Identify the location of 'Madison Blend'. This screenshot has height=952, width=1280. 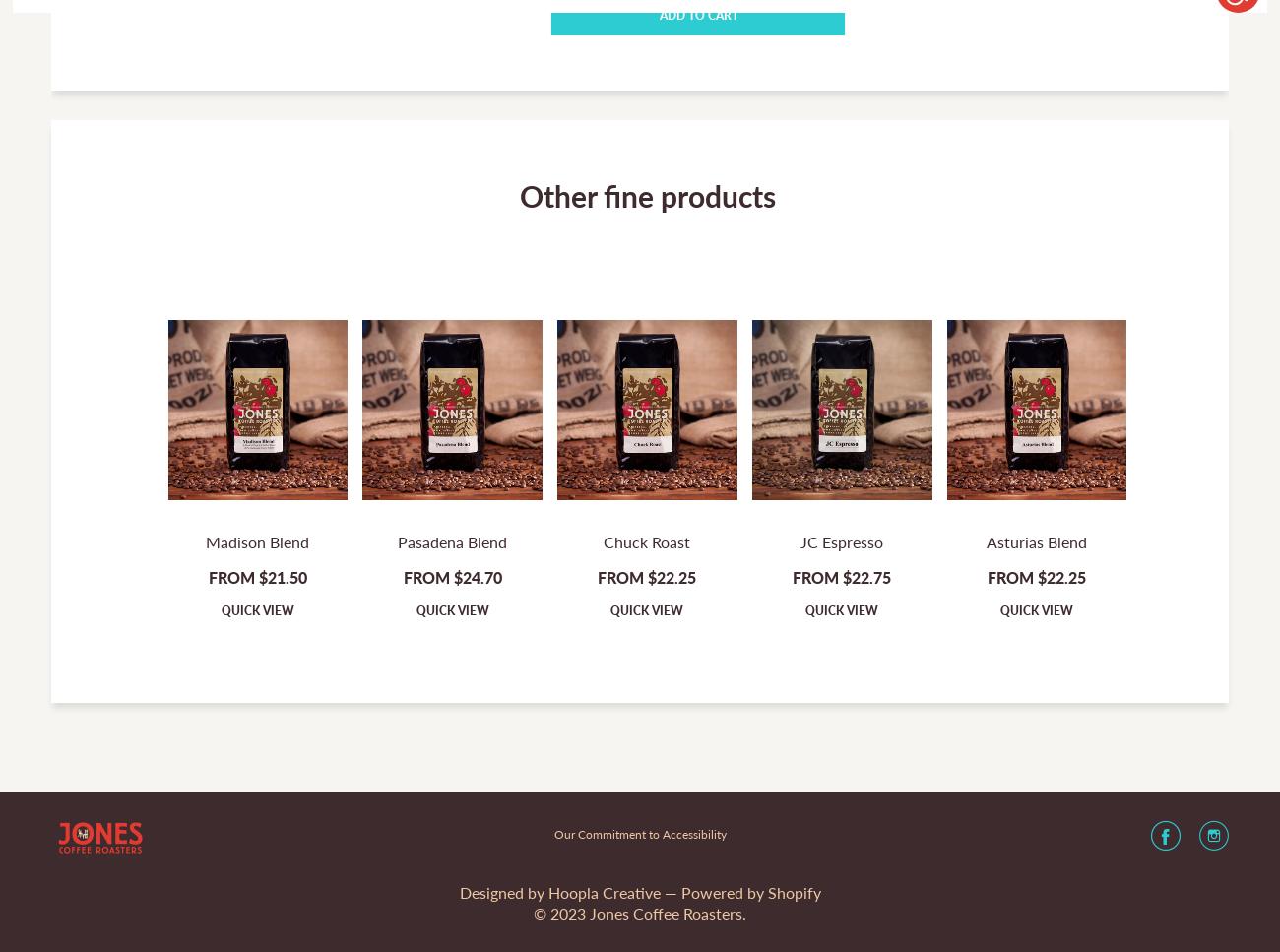
(256, 541).